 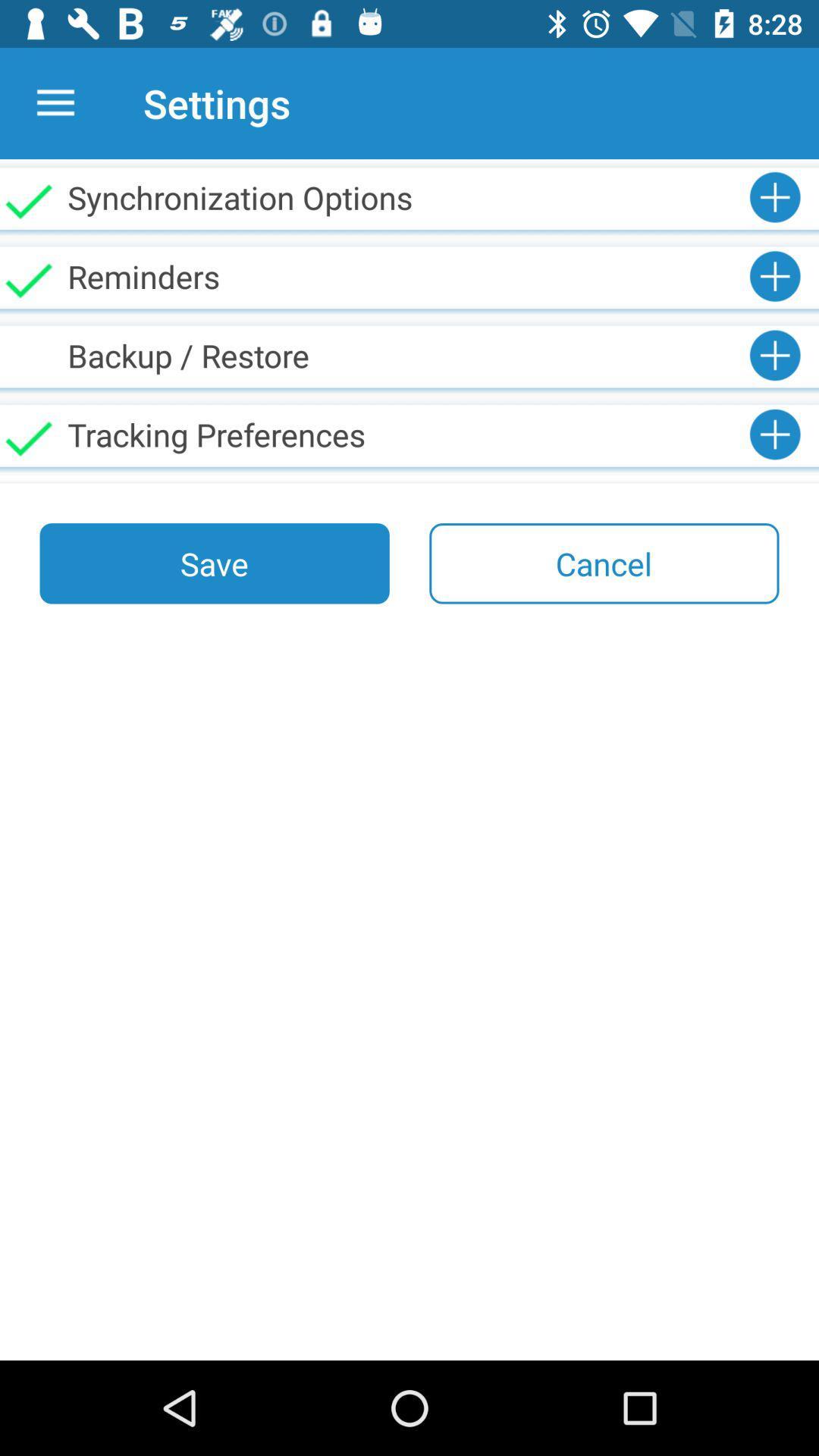 I want to click on item to the right of the save icon, so click(x=603, y=563).